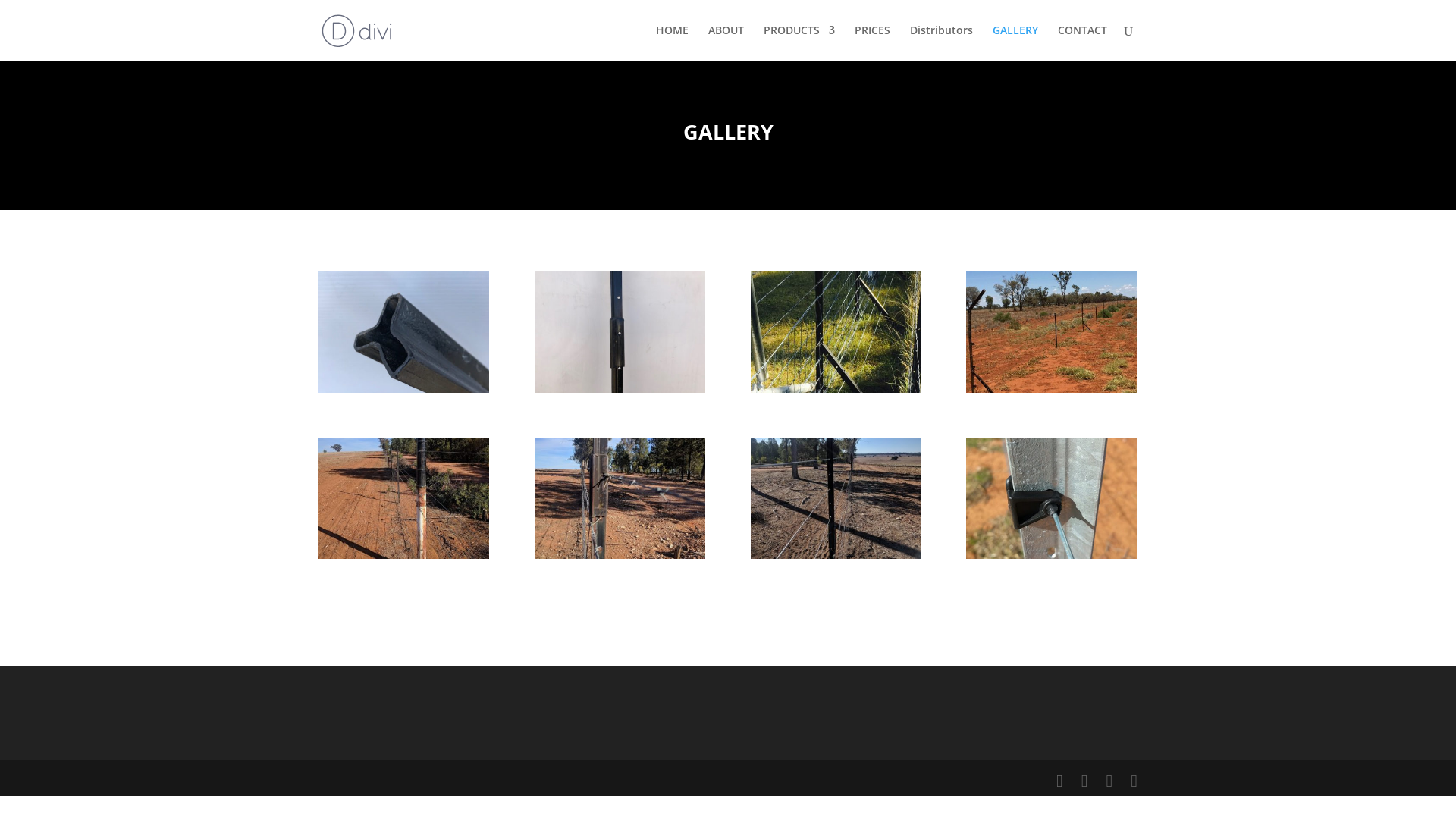 This screenshot has width=1456, height=819. I want to click on 'PRODUCTS', so click(764, 42).